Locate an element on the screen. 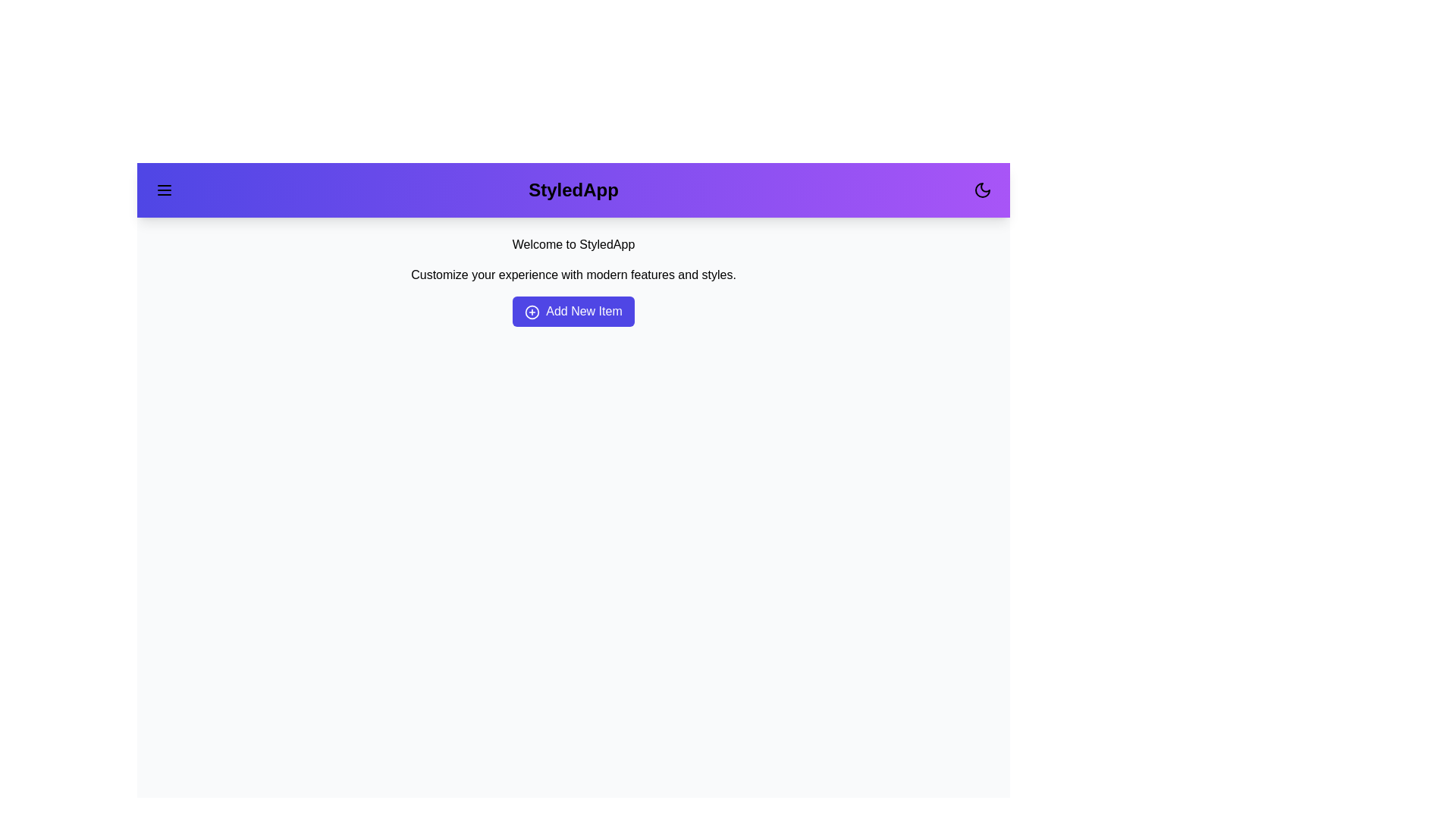 The image size is (1456, 819). the 'Add New Item' button is located at coordinates (572, 311).